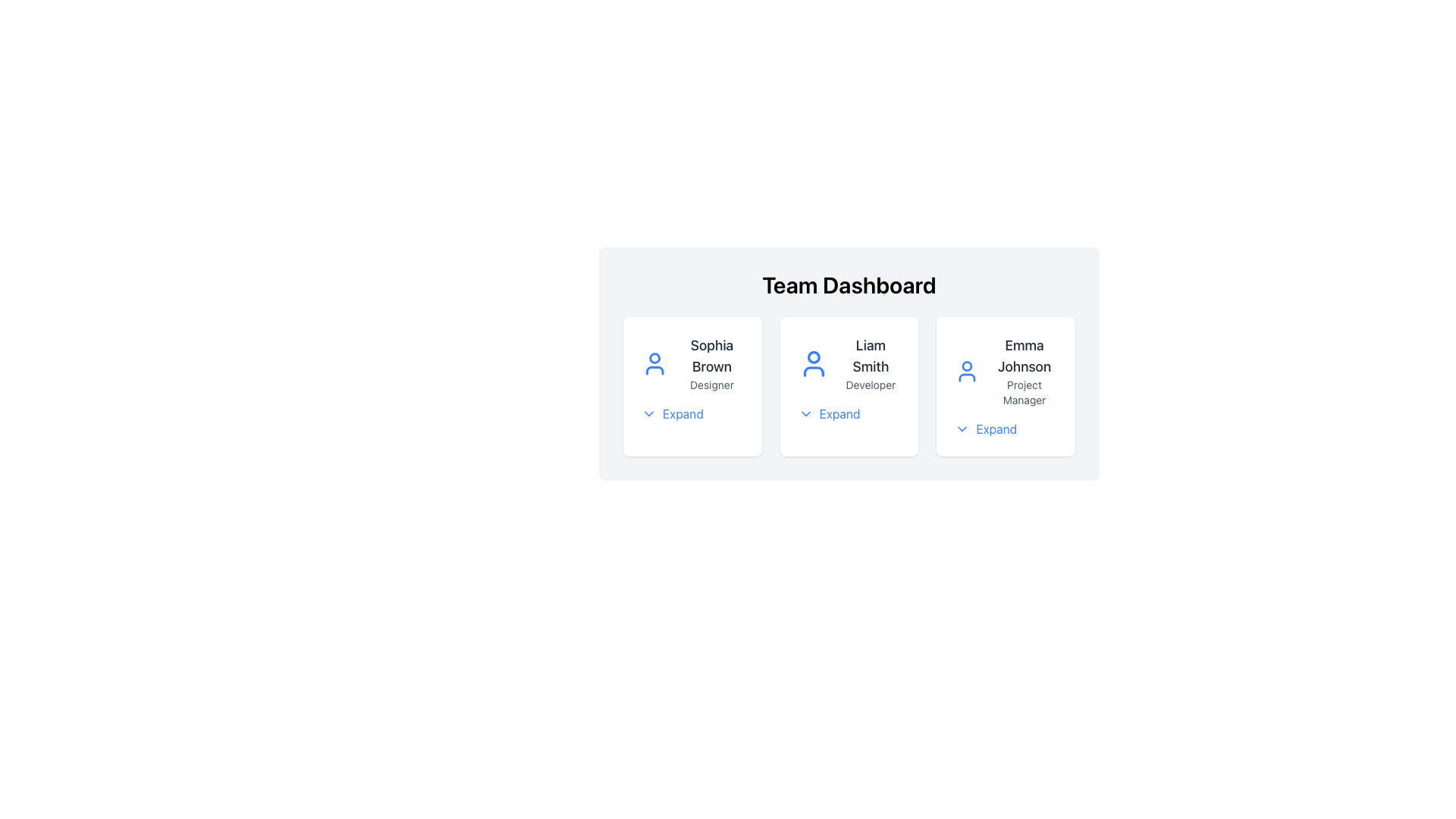 This screenshot has height=819, width=1456. What do you see at coordinates (1006, 371) in the screenshot?
I see `the profile icon of the Profile Card for 'Emma Johnson', which is the third item in a row of similar elements, to initiate actions` at bounding box center [1006, 371].